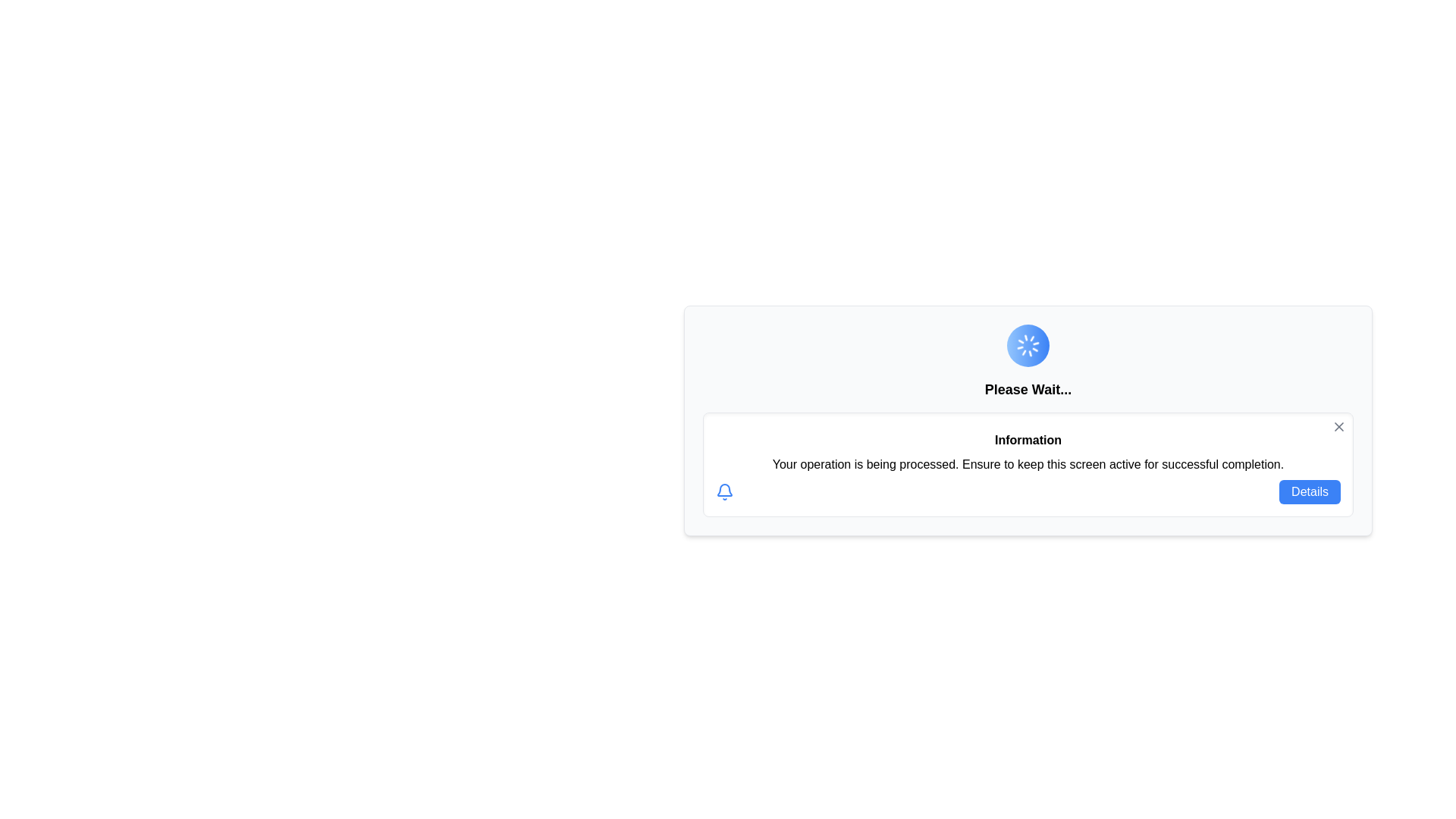 This screenshot has height=819, width=1456. I want to click on the Close icon located in the top-right corner of the bordered section, so click(1339, 427).